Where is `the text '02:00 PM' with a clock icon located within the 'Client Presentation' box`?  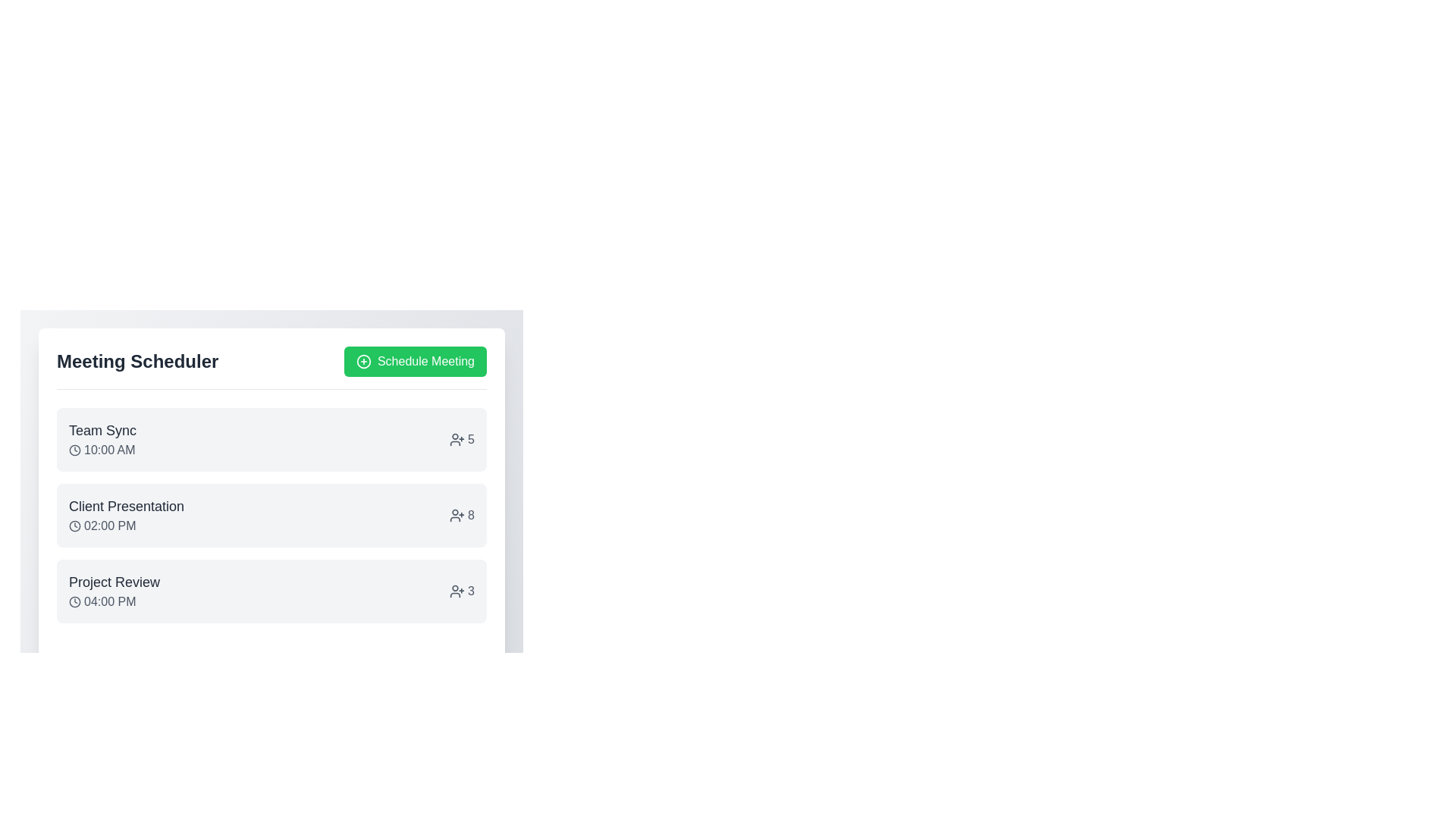 the text '02:00 PM' with a clock icon located within the 'Client Presentation' box is located at coordinates (127, 526).